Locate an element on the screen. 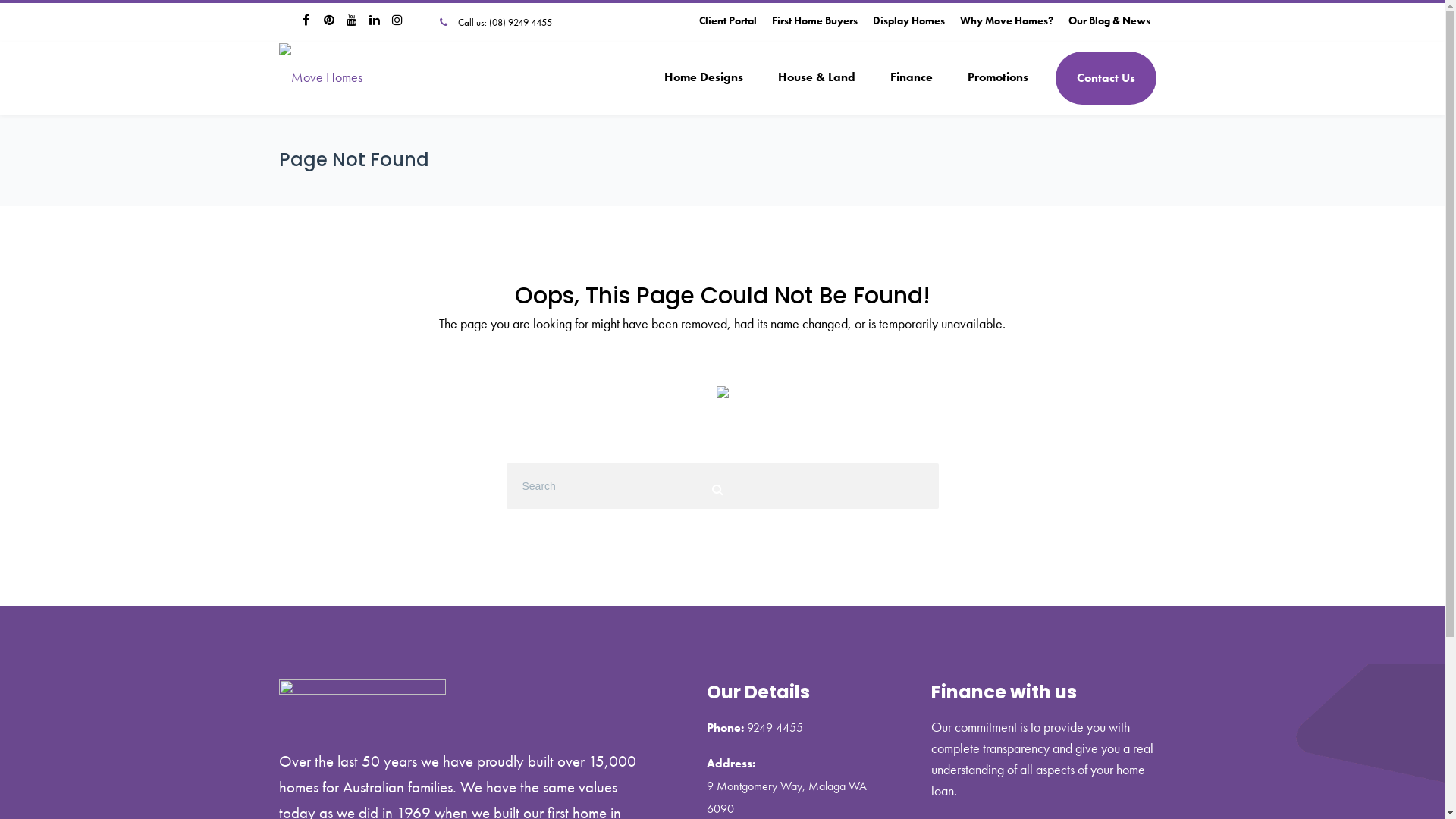  'Our Blog & News' is located at coordinates (1109, 20).